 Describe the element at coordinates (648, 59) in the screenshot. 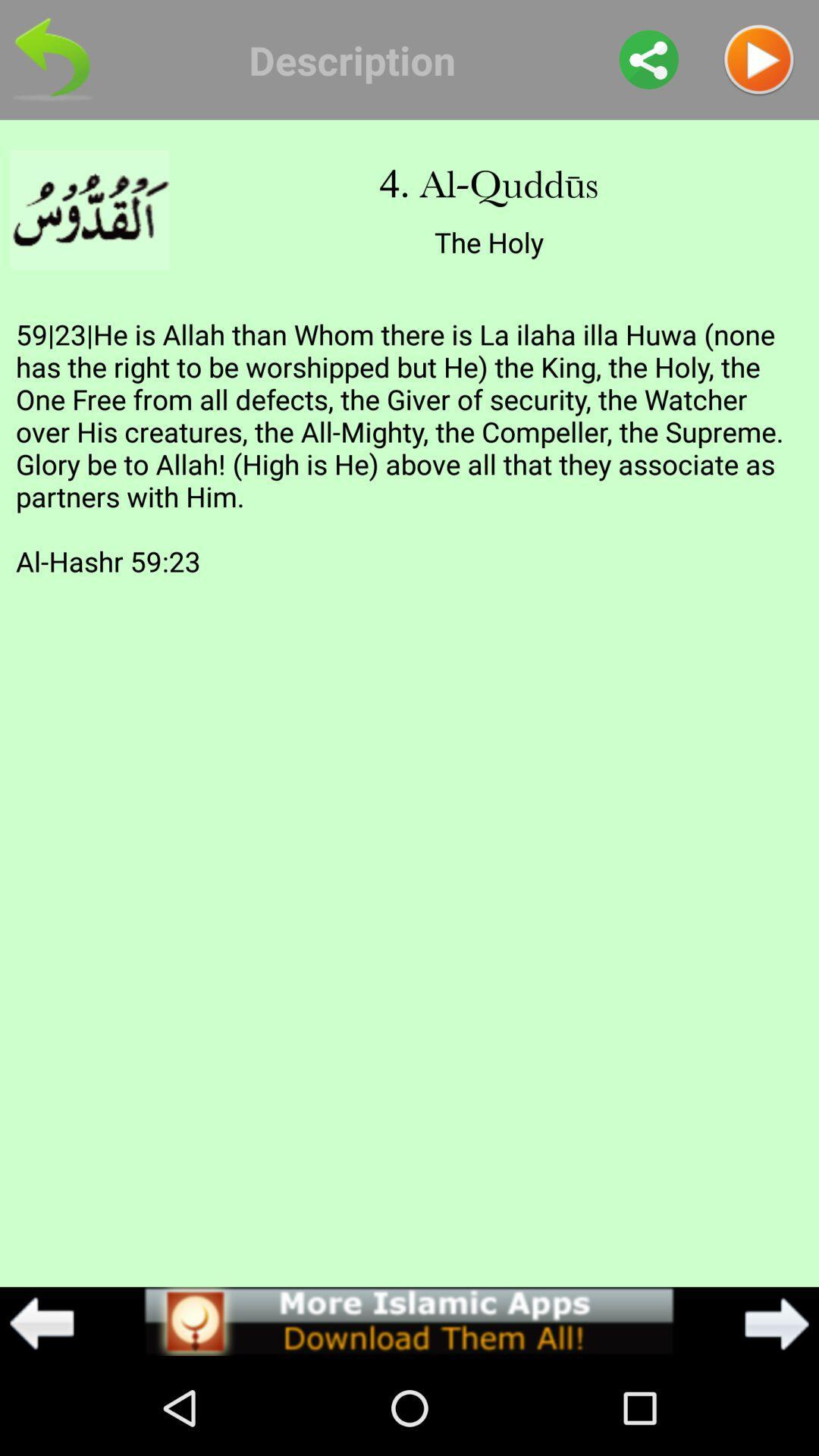

I see `icon above 59 23 he icon` at that location.